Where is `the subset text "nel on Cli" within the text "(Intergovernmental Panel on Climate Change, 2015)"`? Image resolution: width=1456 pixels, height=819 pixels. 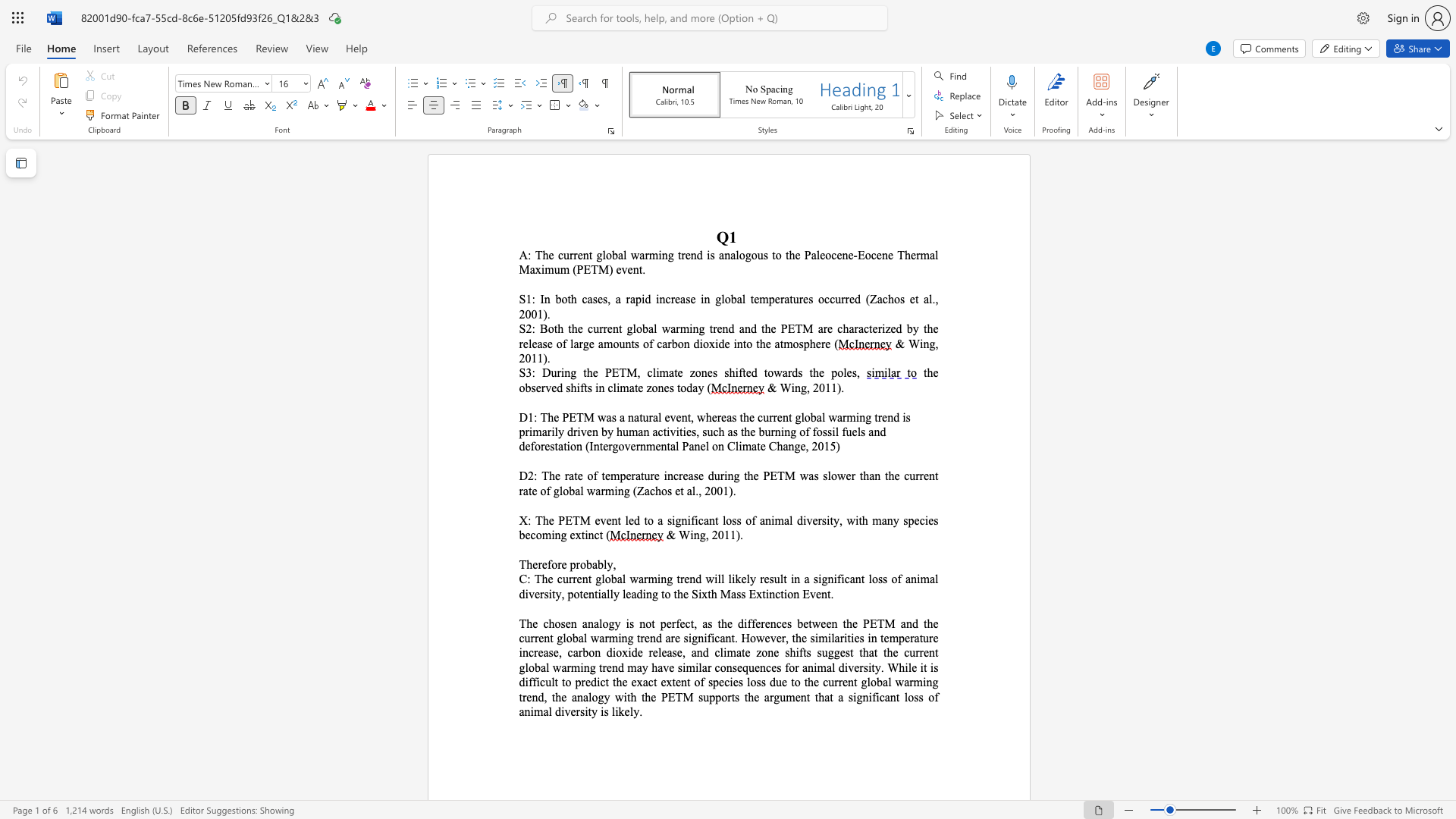 the subset text "nel on Cli" within the text "(Intergovernmental Panel on Climate Change, 2015)" is located at coordinates (693, 445).